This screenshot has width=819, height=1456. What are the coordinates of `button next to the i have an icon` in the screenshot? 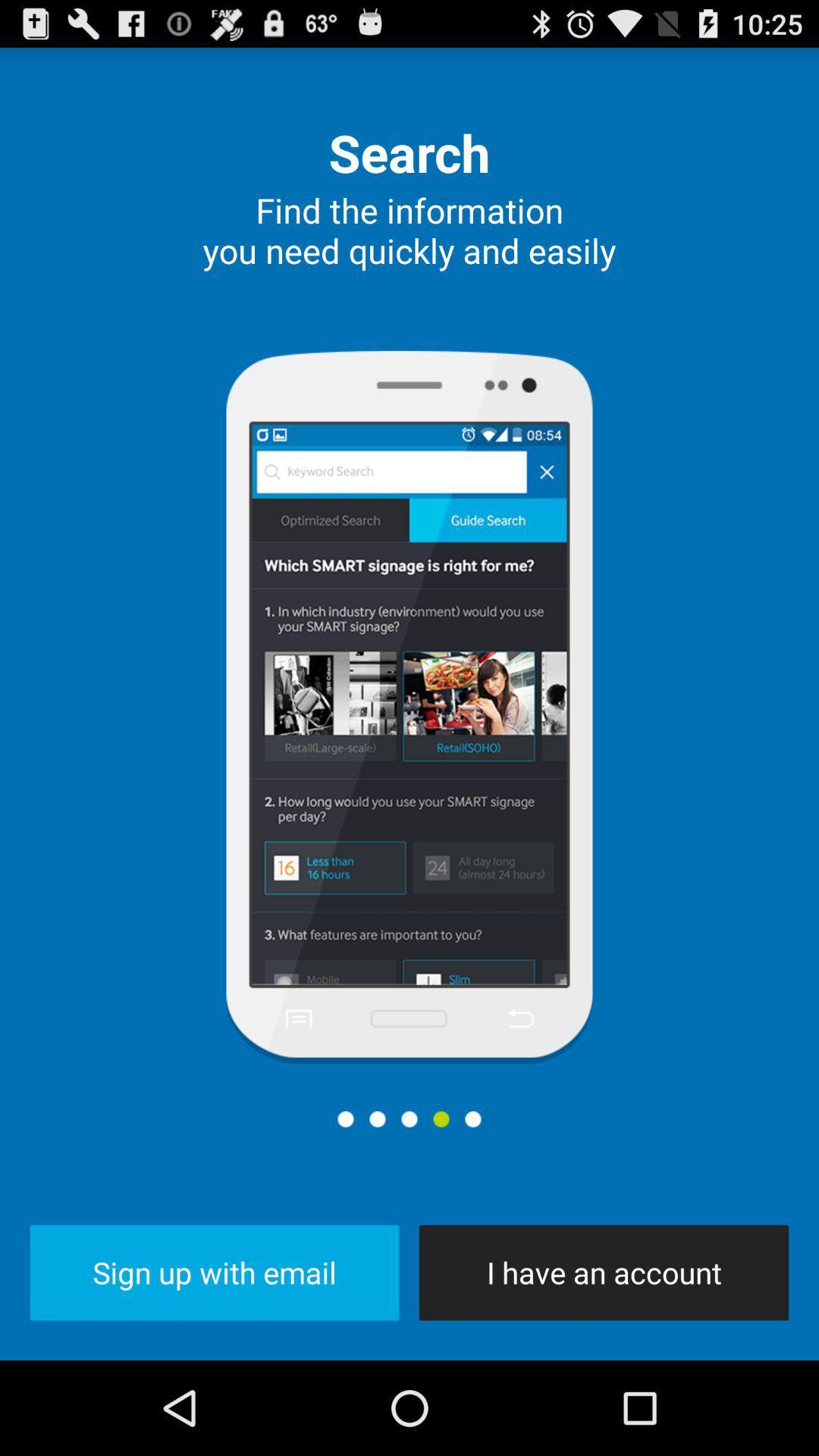 It's located at (215, 1272).